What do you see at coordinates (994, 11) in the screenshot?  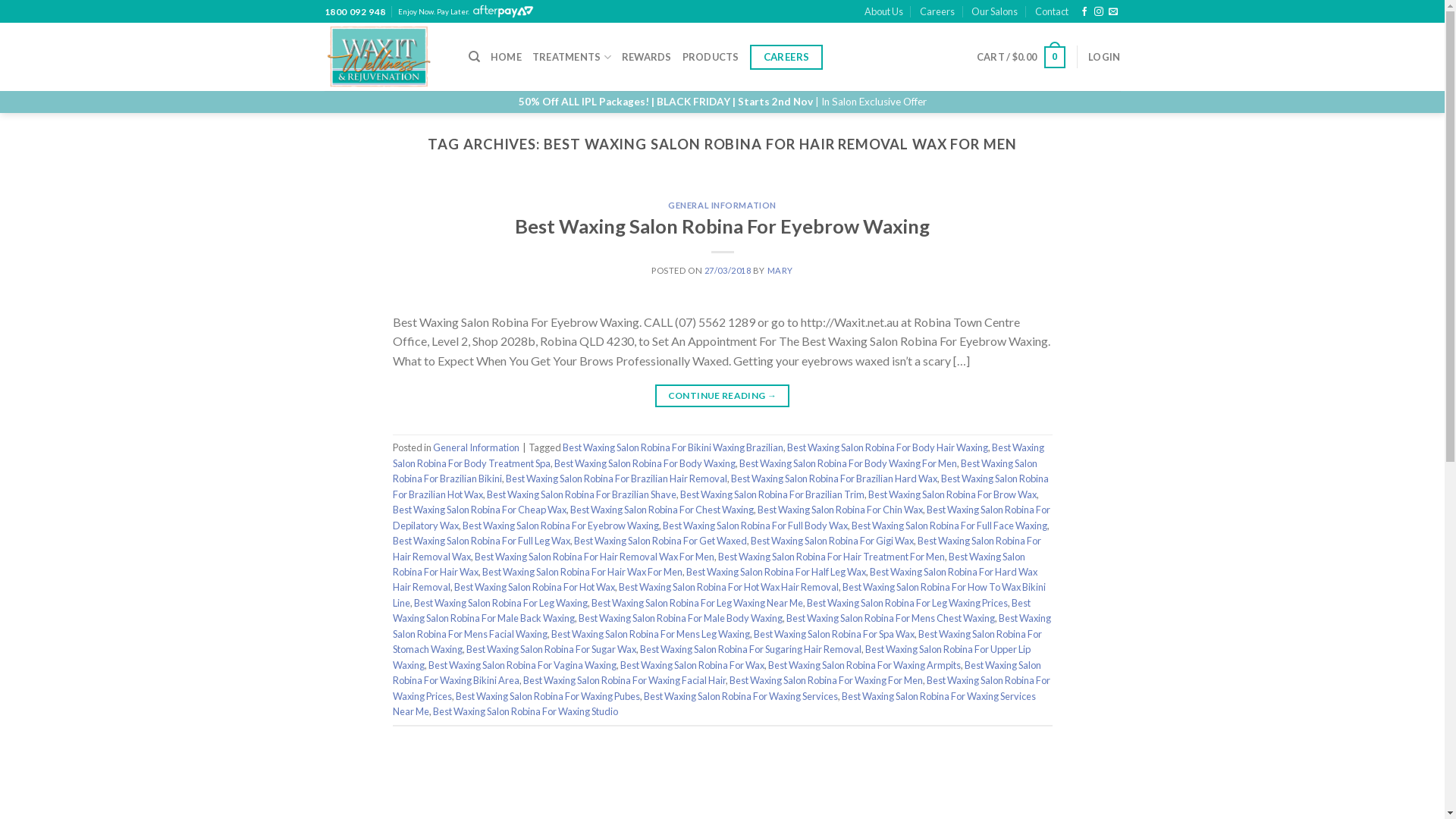 I see `'Our Salons'` at bounding box center [994, 11].